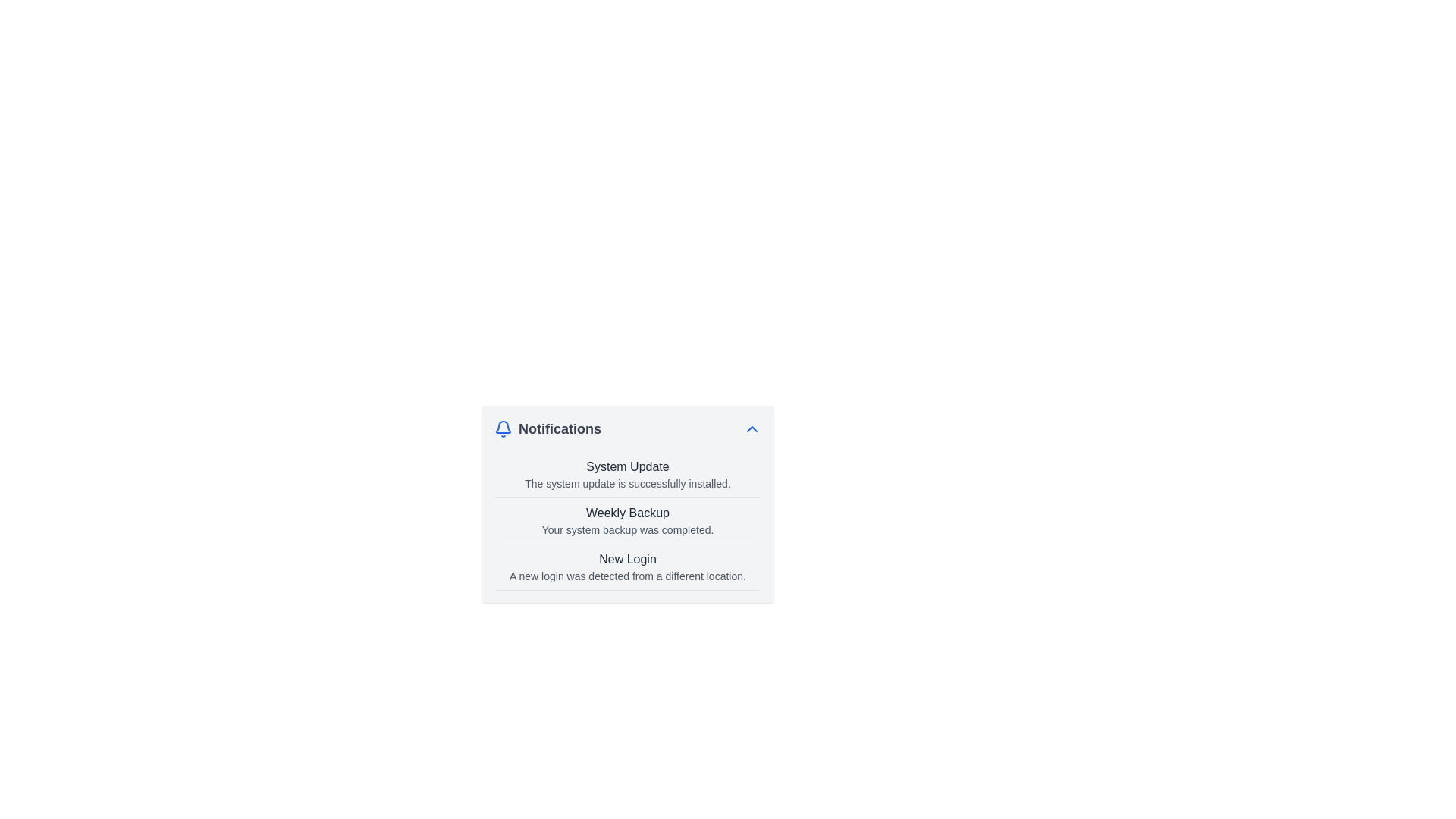 Image resolution: width=1456 pixels, height=819 pixels. Describe the element at coordinates (628, 520) in the screenshot. I see `the title 'Weekly Backup'` at that location.